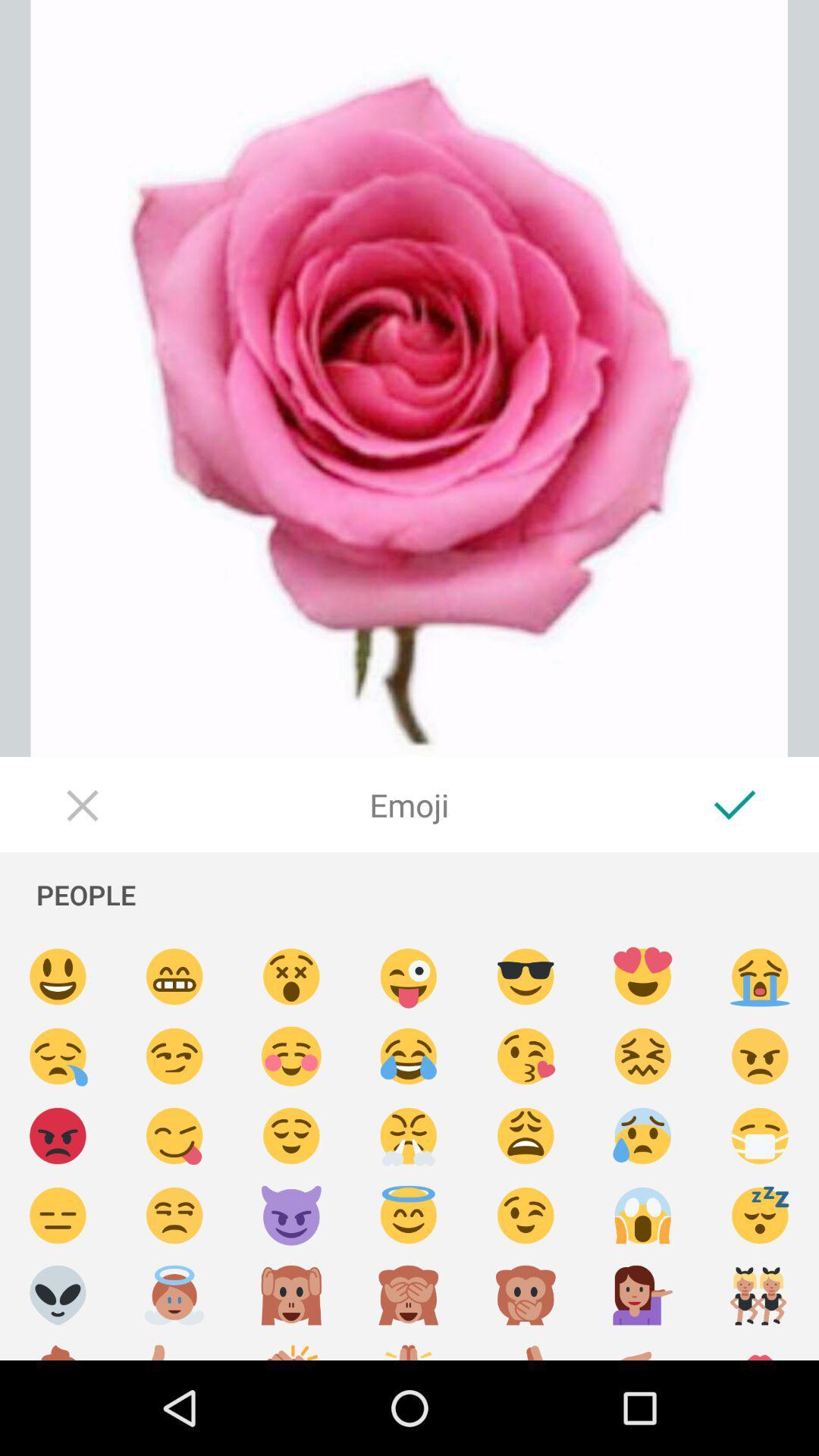 Image resolution: width=819 pixels, height=1456 pixels. I want to click on click crying emoji, so click(760, 977).